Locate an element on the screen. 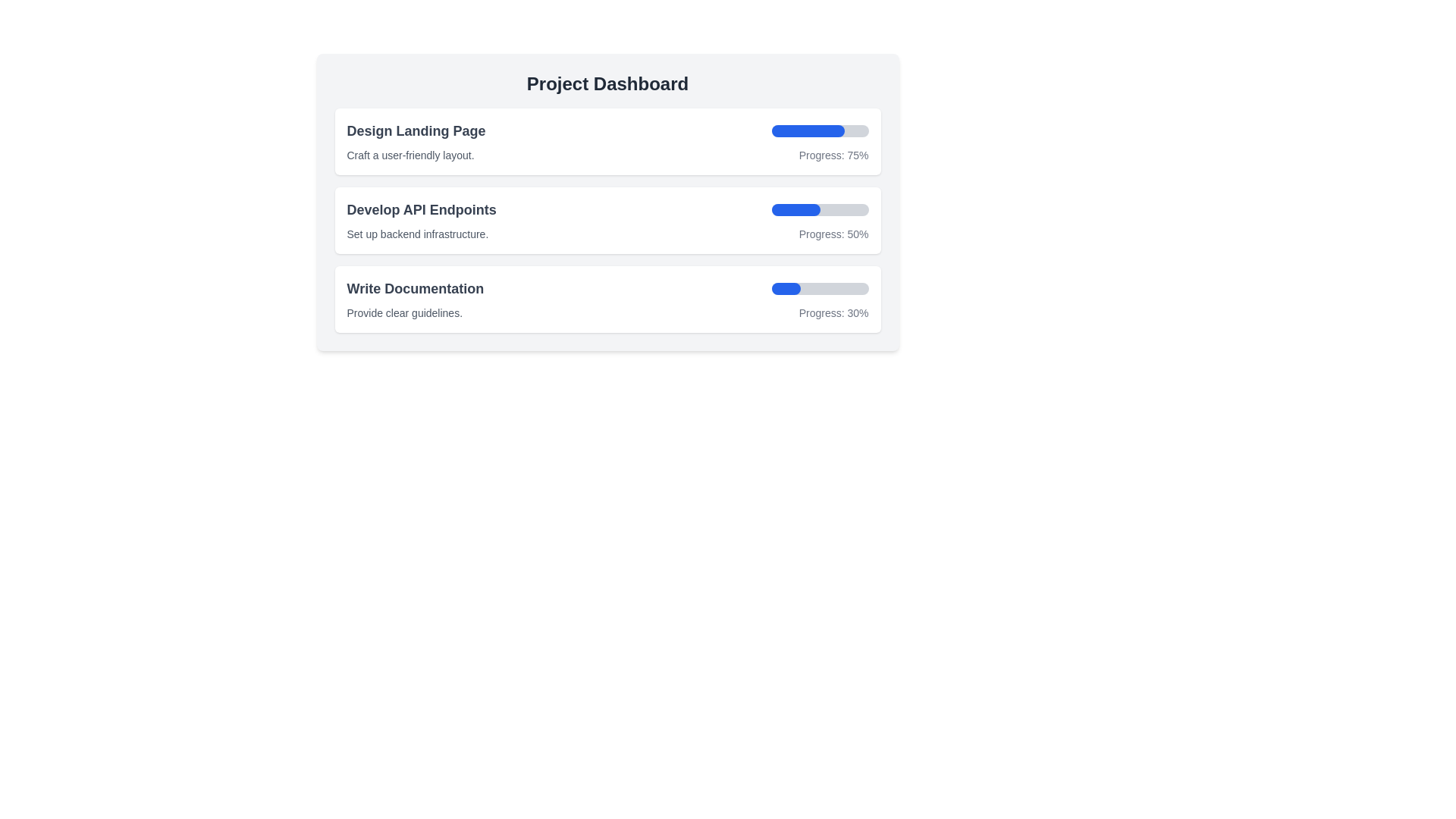  text block containing the description 'Set up backend infrastructure.' located under the card titled 'Develop API Endpoints' in the 'Project Dashboard' section is located at coordinates (417, 234).